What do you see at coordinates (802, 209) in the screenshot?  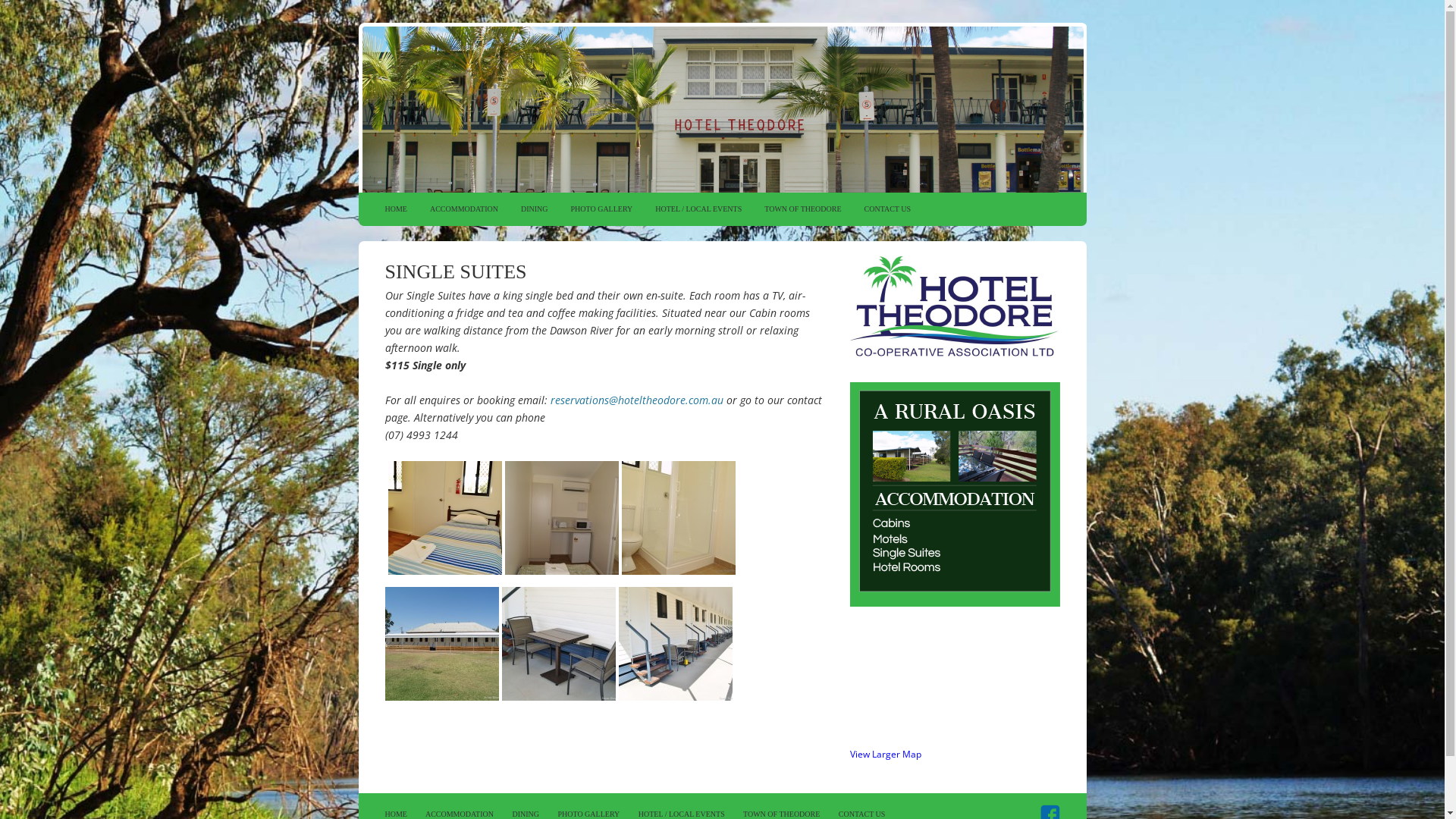 I see `'TOWN OF THEODORE'` at bounding box center [802, 209].